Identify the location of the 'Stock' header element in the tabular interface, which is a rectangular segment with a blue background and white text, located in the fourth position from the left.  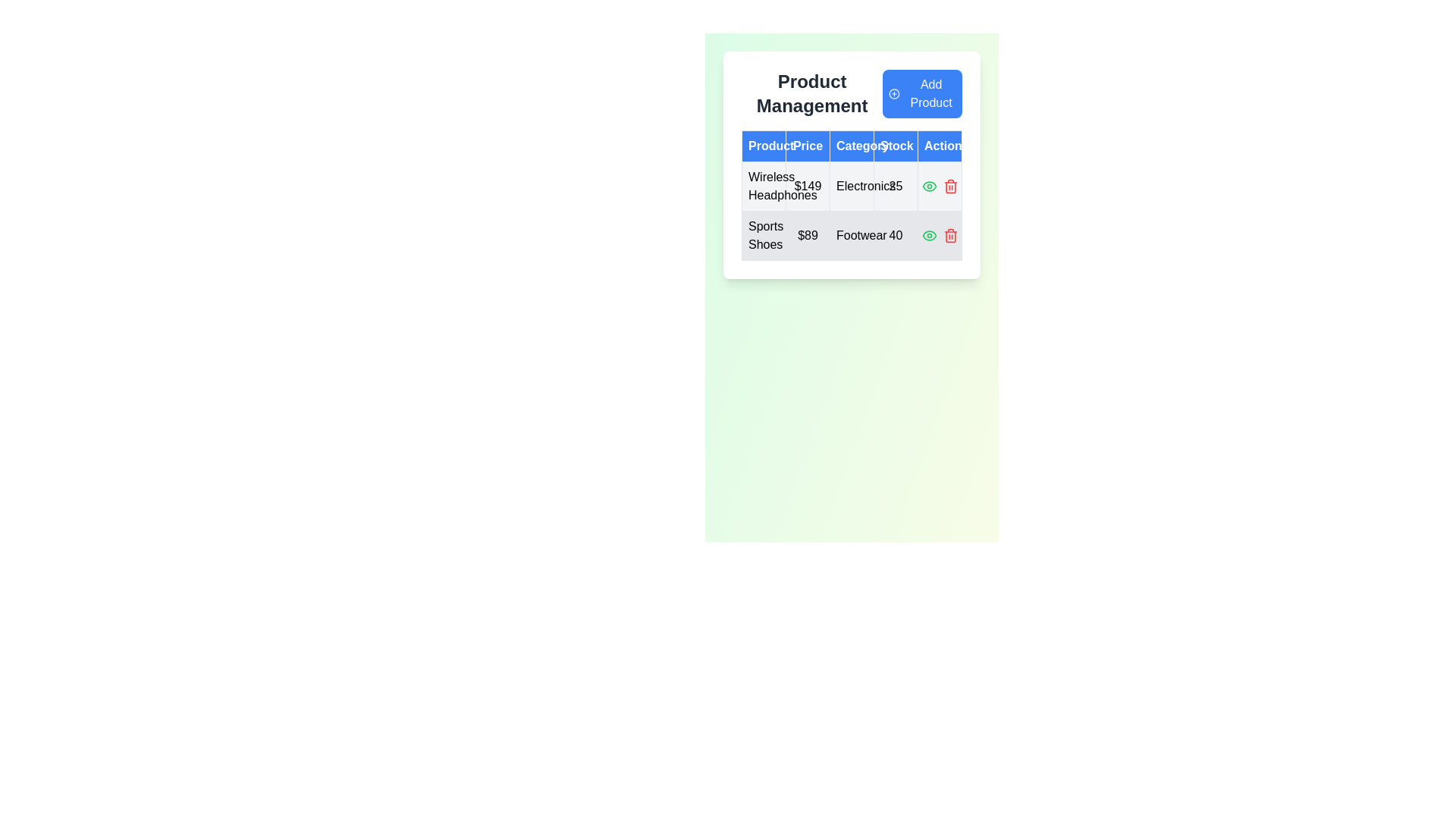
(896, 146).